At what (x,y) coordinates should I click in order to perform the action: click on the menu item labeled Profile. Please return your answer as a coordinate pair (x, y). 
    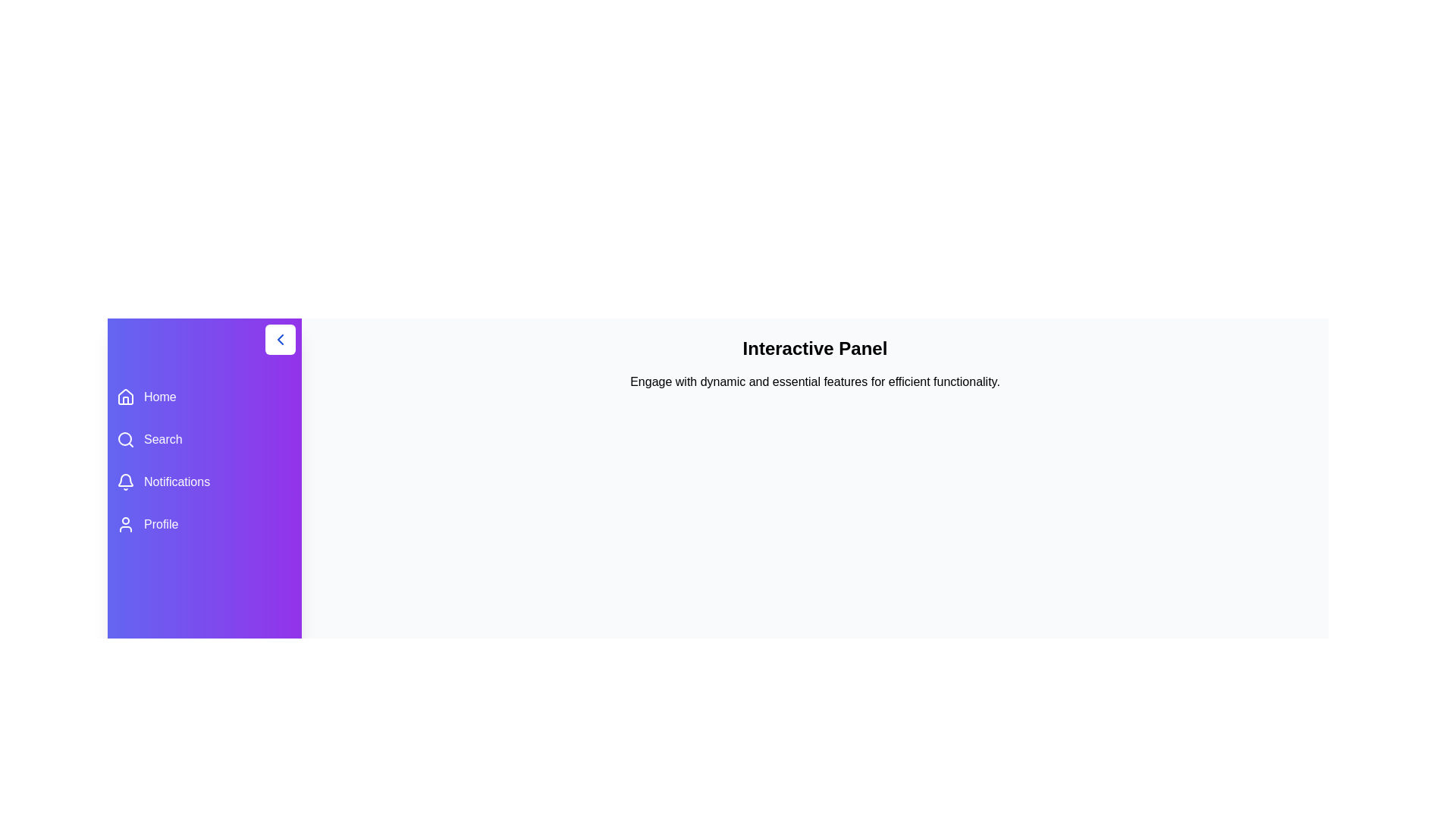
    Looking at the image, I should click on (203, 523).